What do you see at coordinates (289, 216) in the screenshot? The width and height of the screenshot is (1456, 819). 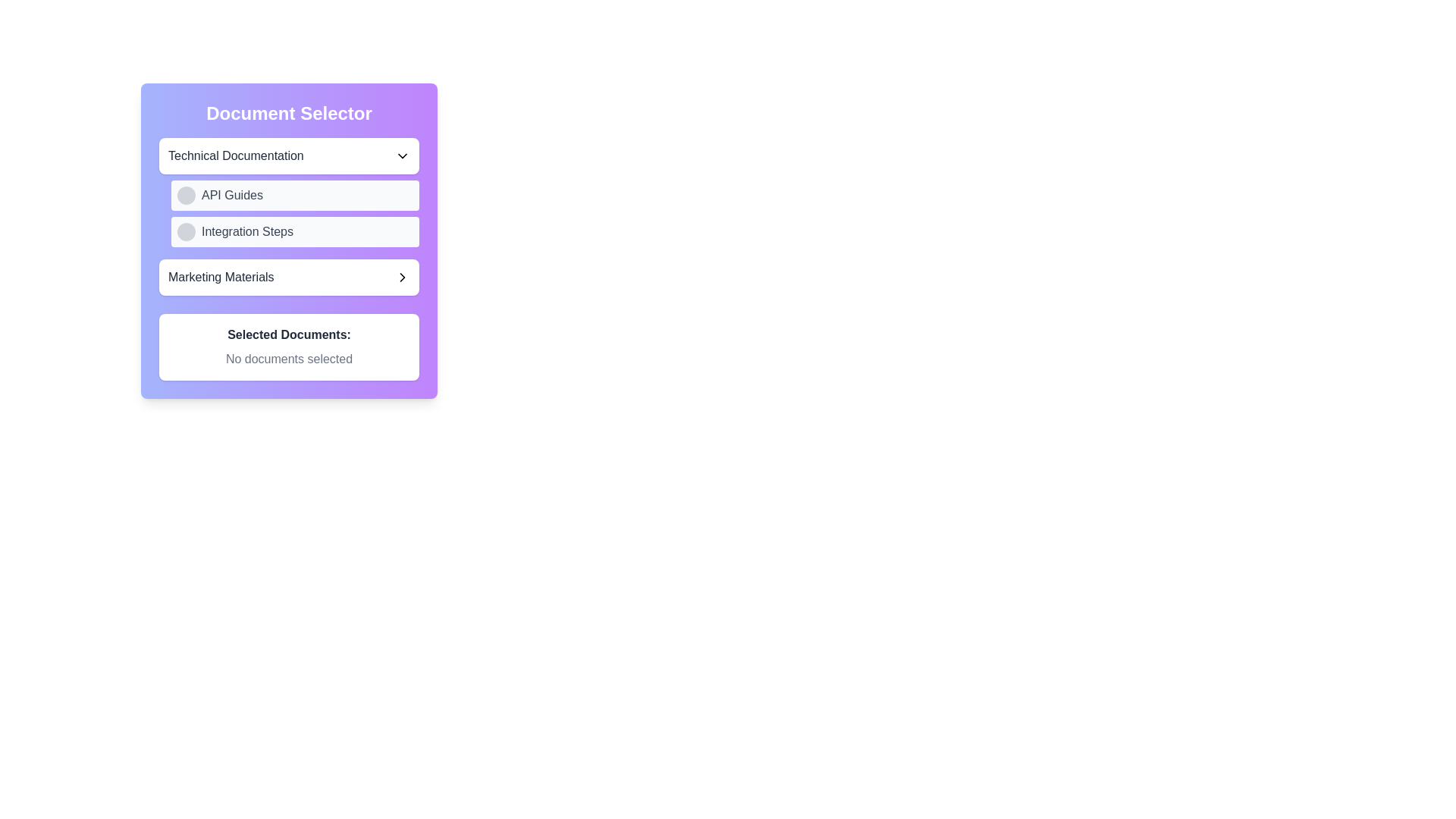 I see `the selectable list item labeled 'Integration Steps'` at bounding box center [289, 216].